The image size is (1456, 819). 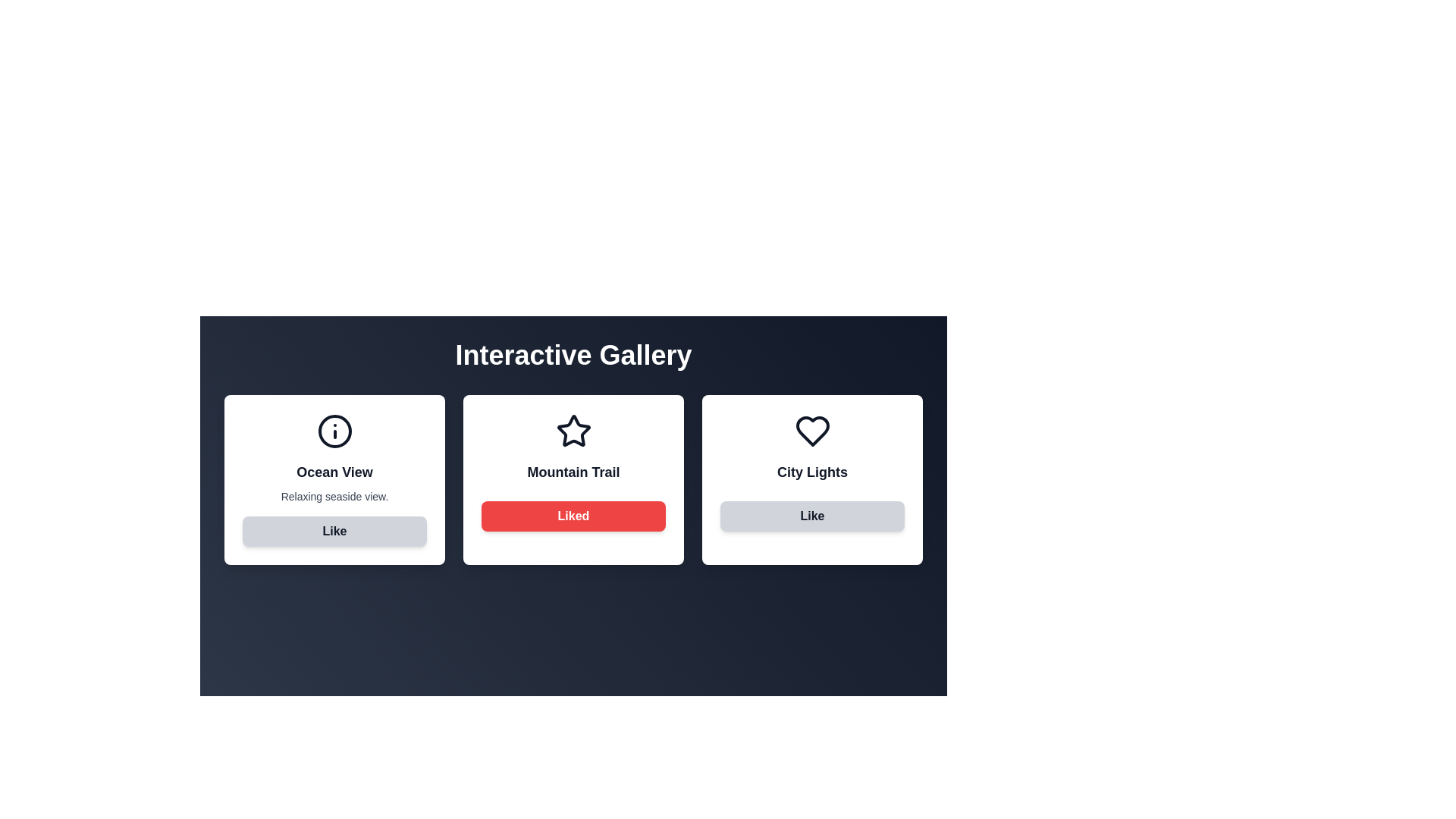 I want to click on the 'Like' button on the 'City Lights' card, which is the third card in a row of three within a grid layout, so click(x=811, y=479).